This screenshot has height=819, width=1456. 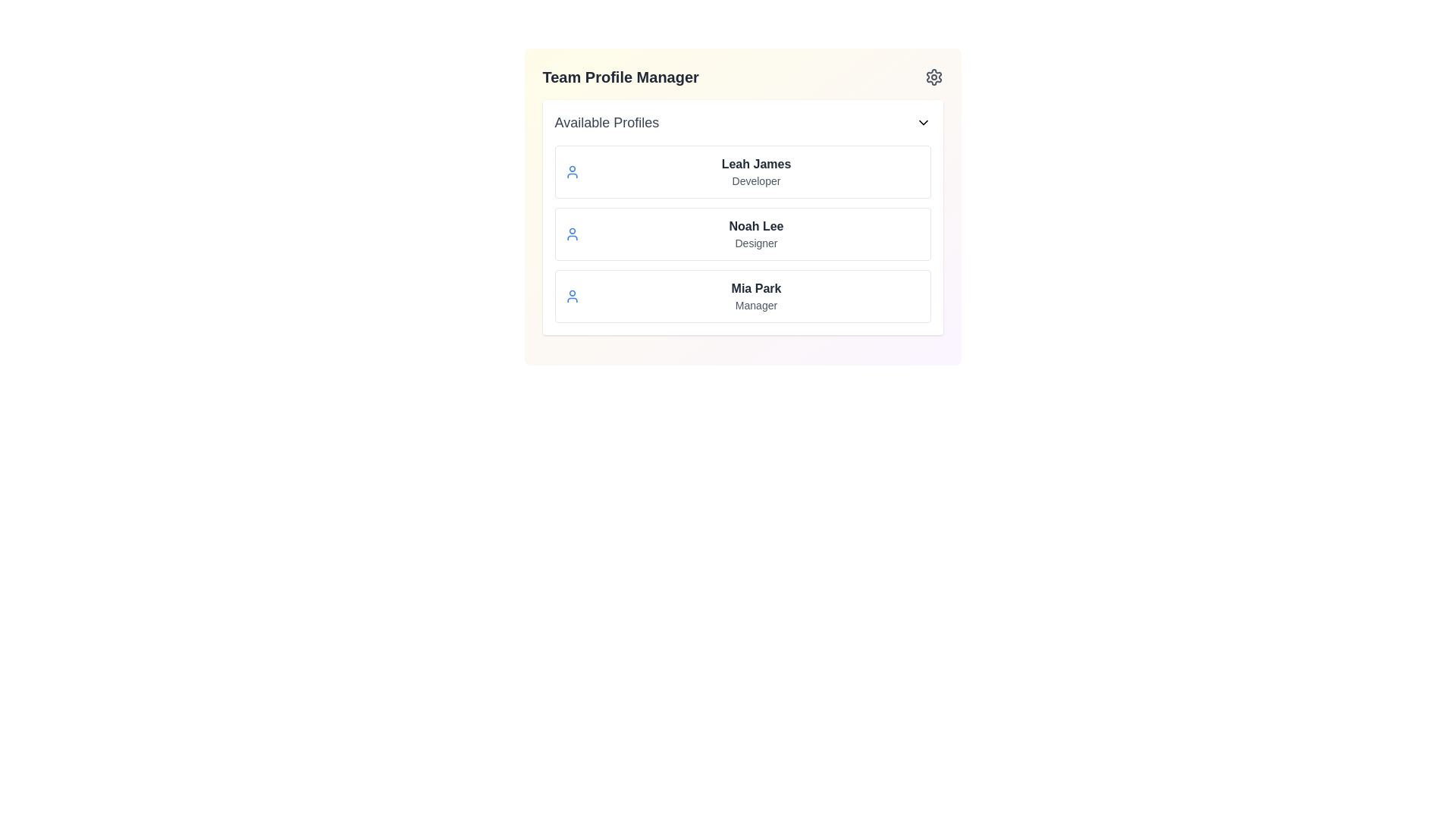 I want to click on text displayed in the Text label of the first profile card under the 'Available Profiles' section in the 'Team Profile Manager', so click(x=756, y=164).